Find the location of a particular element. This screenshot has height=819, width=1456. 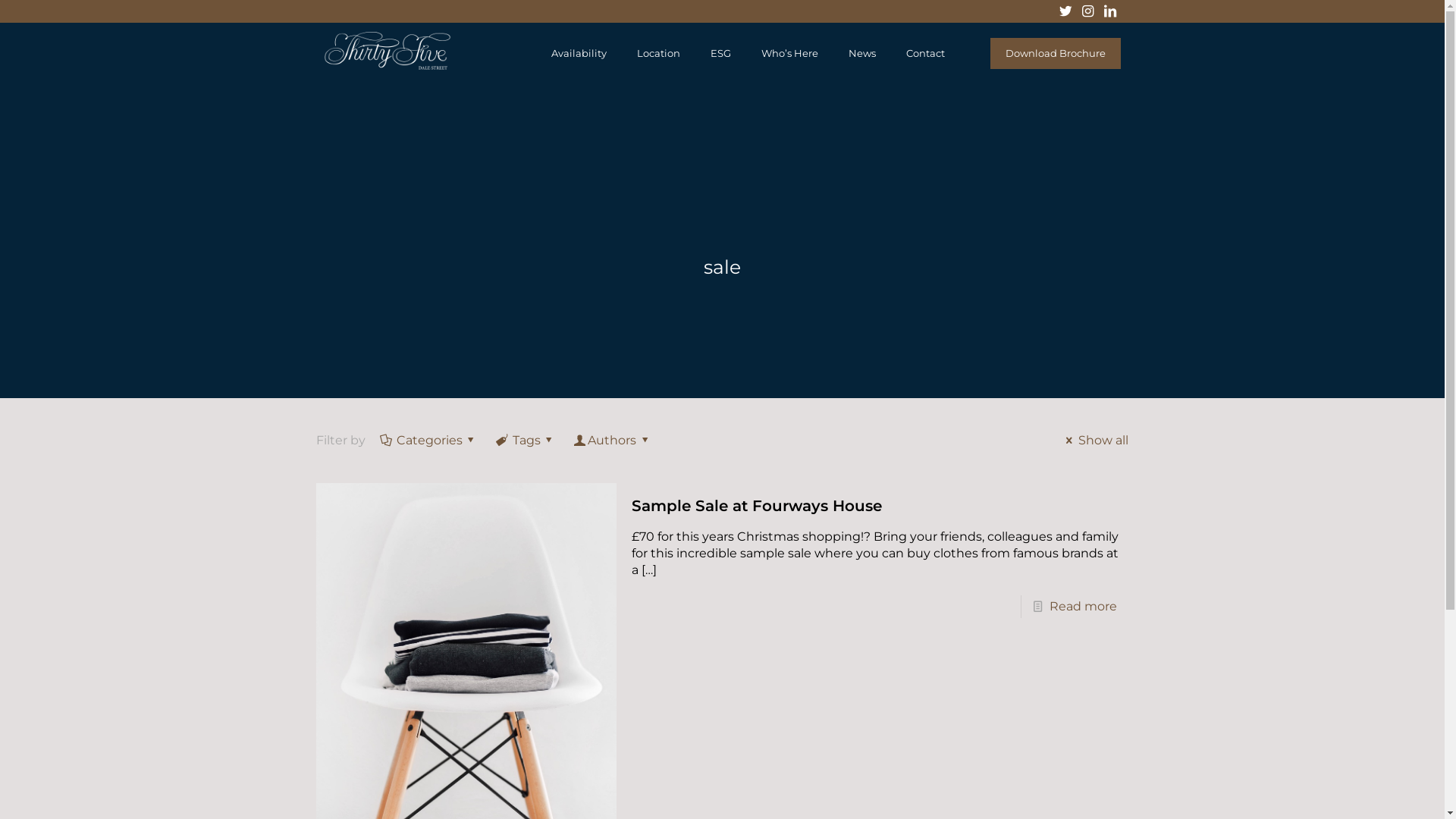

'Authors' is located at coordinates (612, 440).